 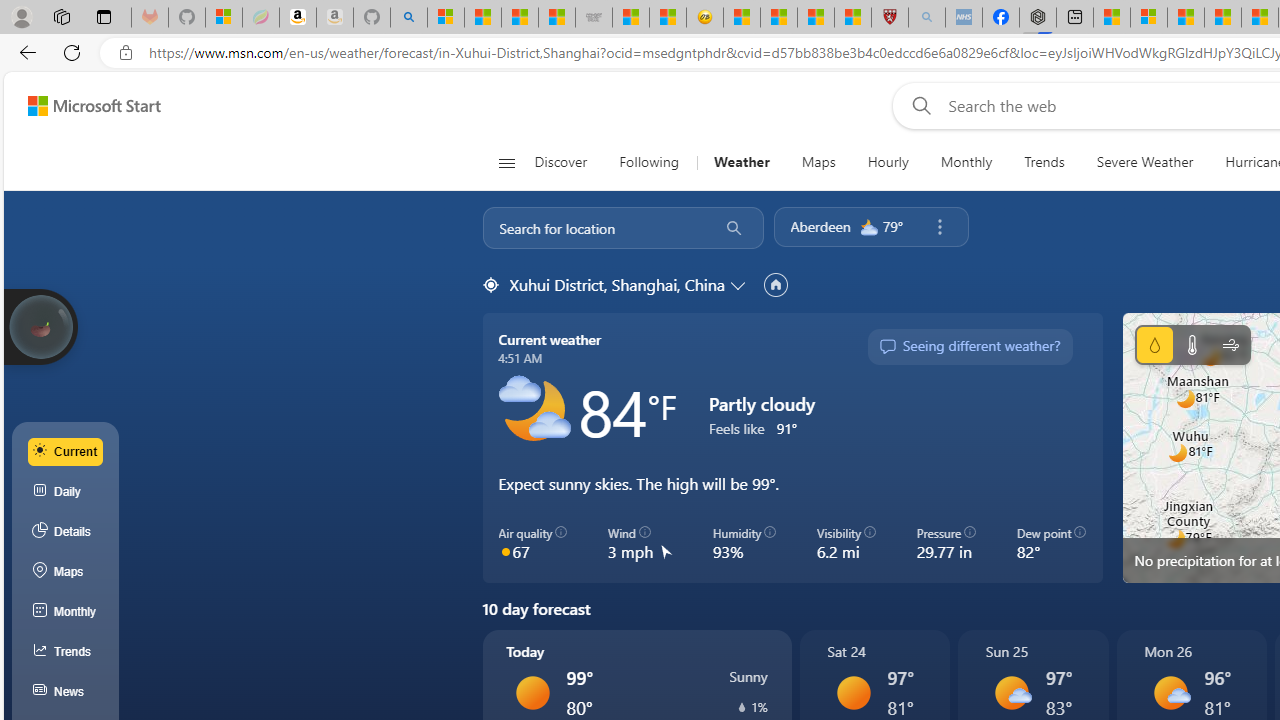 What do you see at coordinates (65, 492) in the screenshot?
I see `'Daily'` at bounding box center [65, 492].